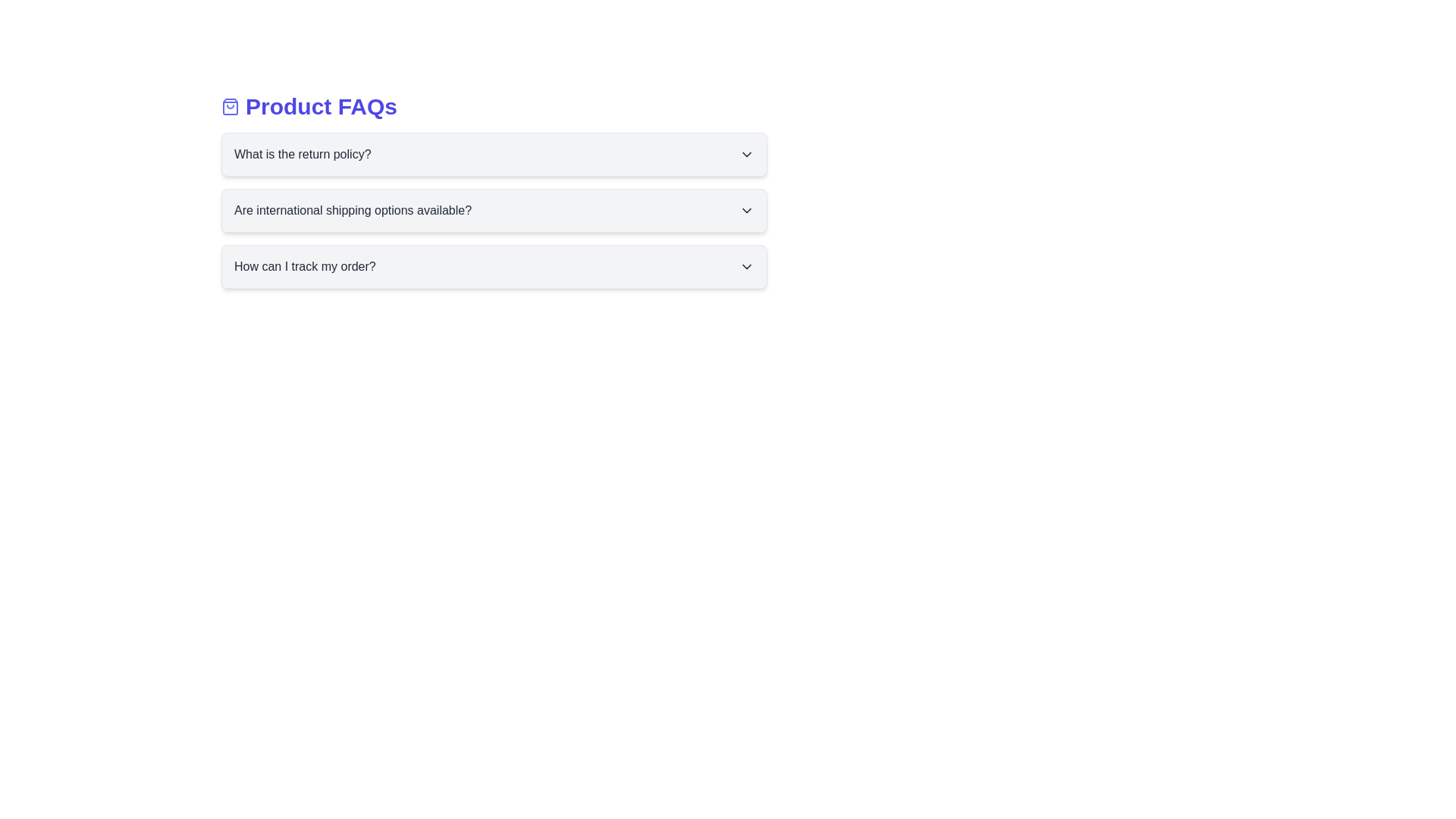  What do you see at coordinates (494, 190) in the screenshot?
I see `the second question item in the FAQ section` at bounding box center [494, 190].